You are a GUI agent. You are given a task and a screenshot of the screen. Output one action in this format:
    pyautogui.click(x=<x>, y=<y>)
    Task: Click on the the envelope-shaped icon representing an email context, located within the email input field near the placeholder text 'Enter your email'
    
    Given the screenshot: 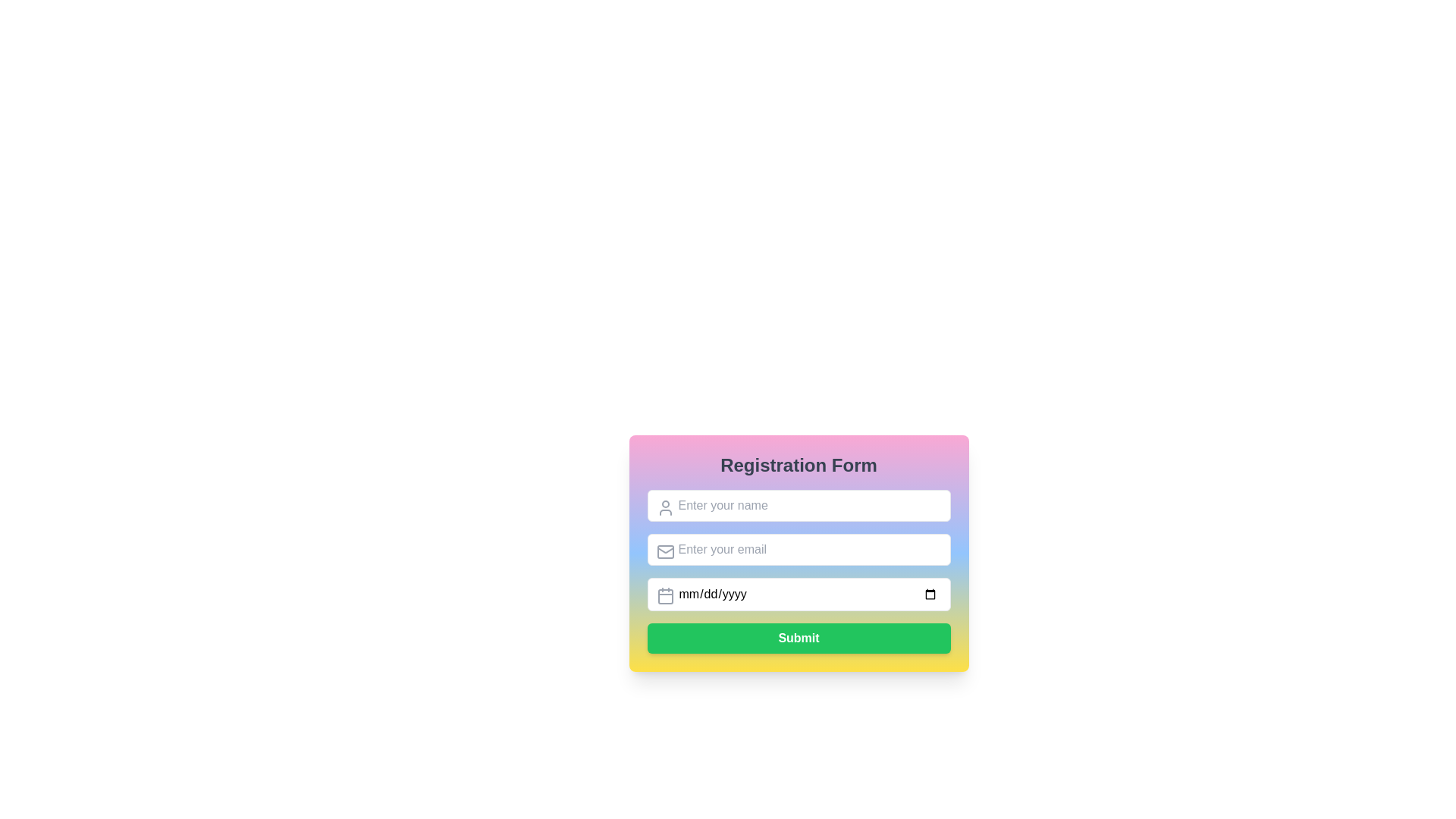 What is the action you would take?
    pyautogui.click(x=665, y=552)
    